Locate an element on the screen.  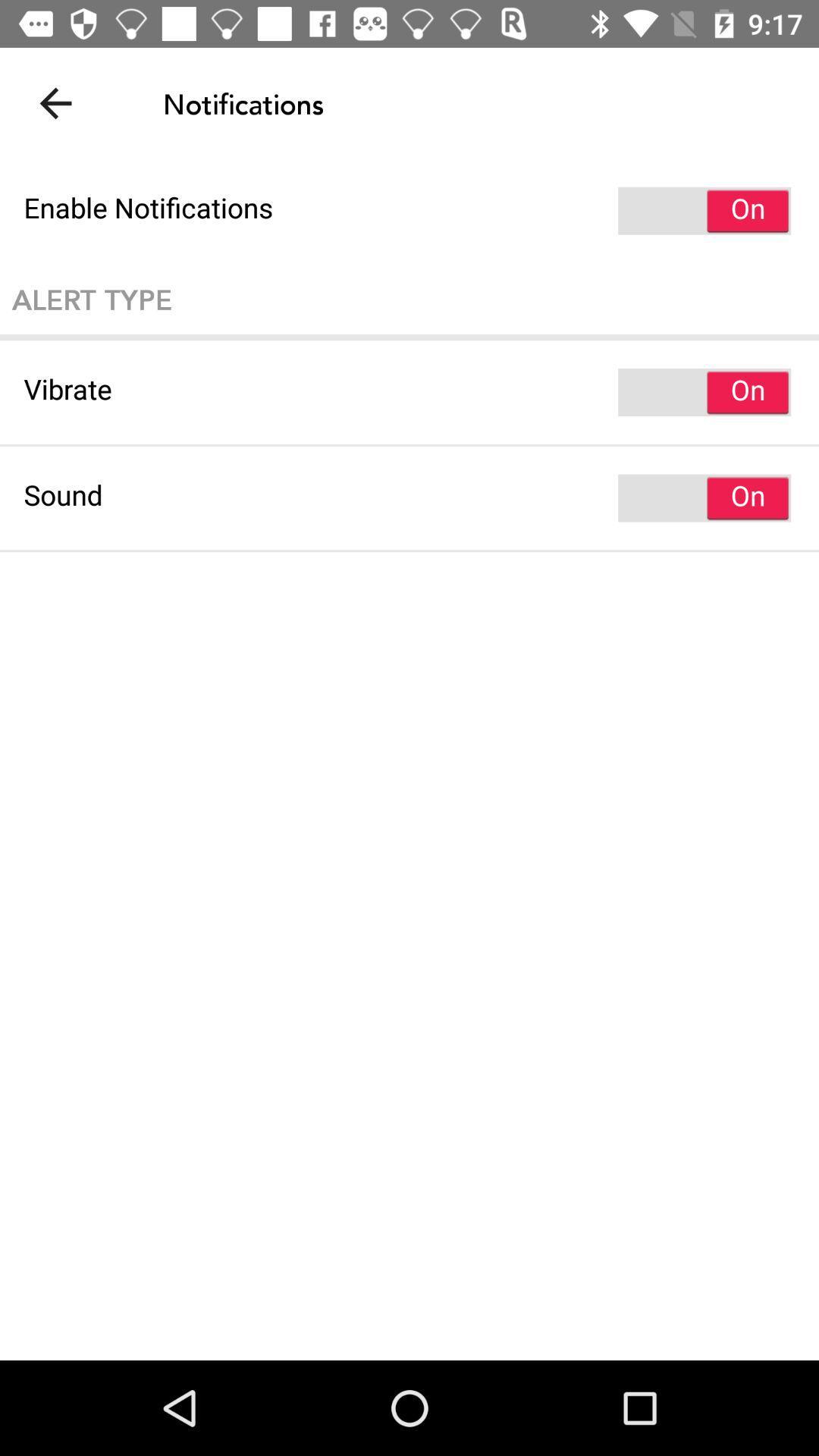
vibrate is located at coordinates (409, 392).